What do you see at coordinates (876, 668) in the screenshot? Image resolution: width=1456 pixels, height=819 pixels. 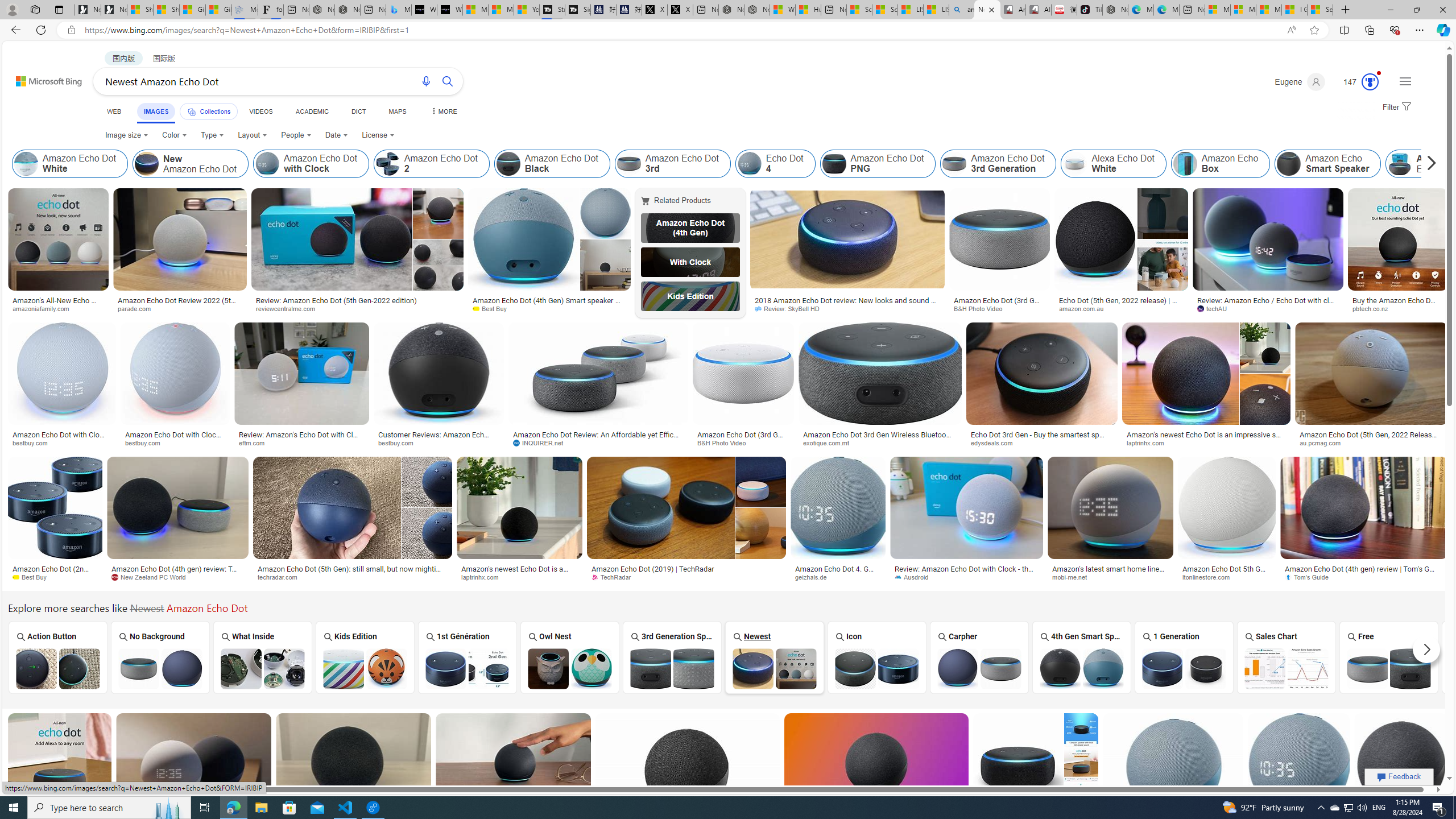 I see `'Amazon Echo Dot Icon'` at bounding box center [876, 668].